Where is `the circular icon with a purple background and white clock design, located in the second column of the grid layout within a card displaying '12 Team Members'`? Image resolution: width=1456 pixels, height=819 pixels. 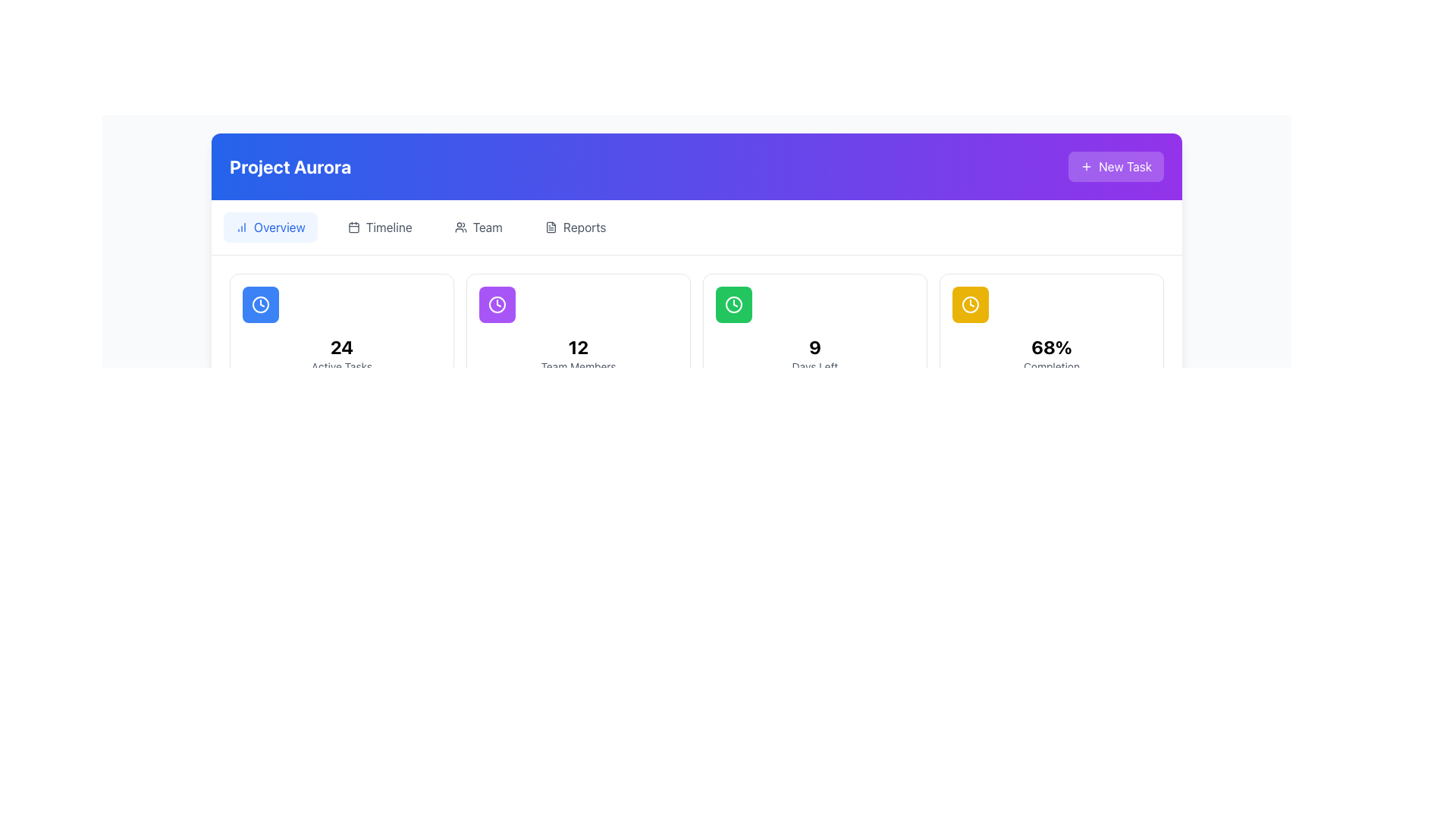
the circular icon with a purple background and white clock design, located in the second column of the grid layout within a card displaying '12 Team Members' is located at coordinates (497, 304).